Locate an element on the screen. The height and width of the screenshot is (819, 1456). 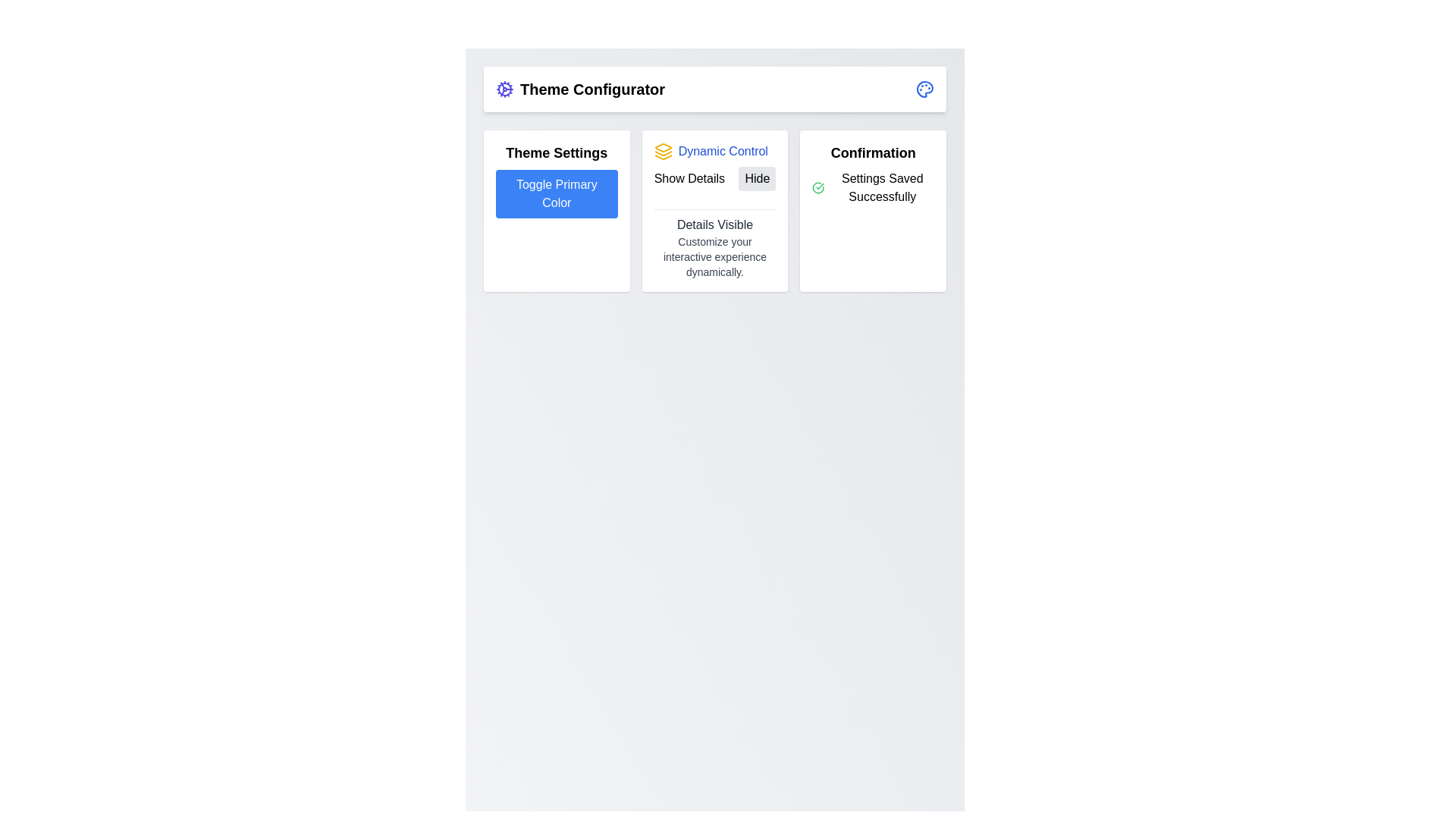
the button to hide additional details in the 'Dynamic Control' section, located to the right of the 'Show Details' text is located at coordinates (757, 177).